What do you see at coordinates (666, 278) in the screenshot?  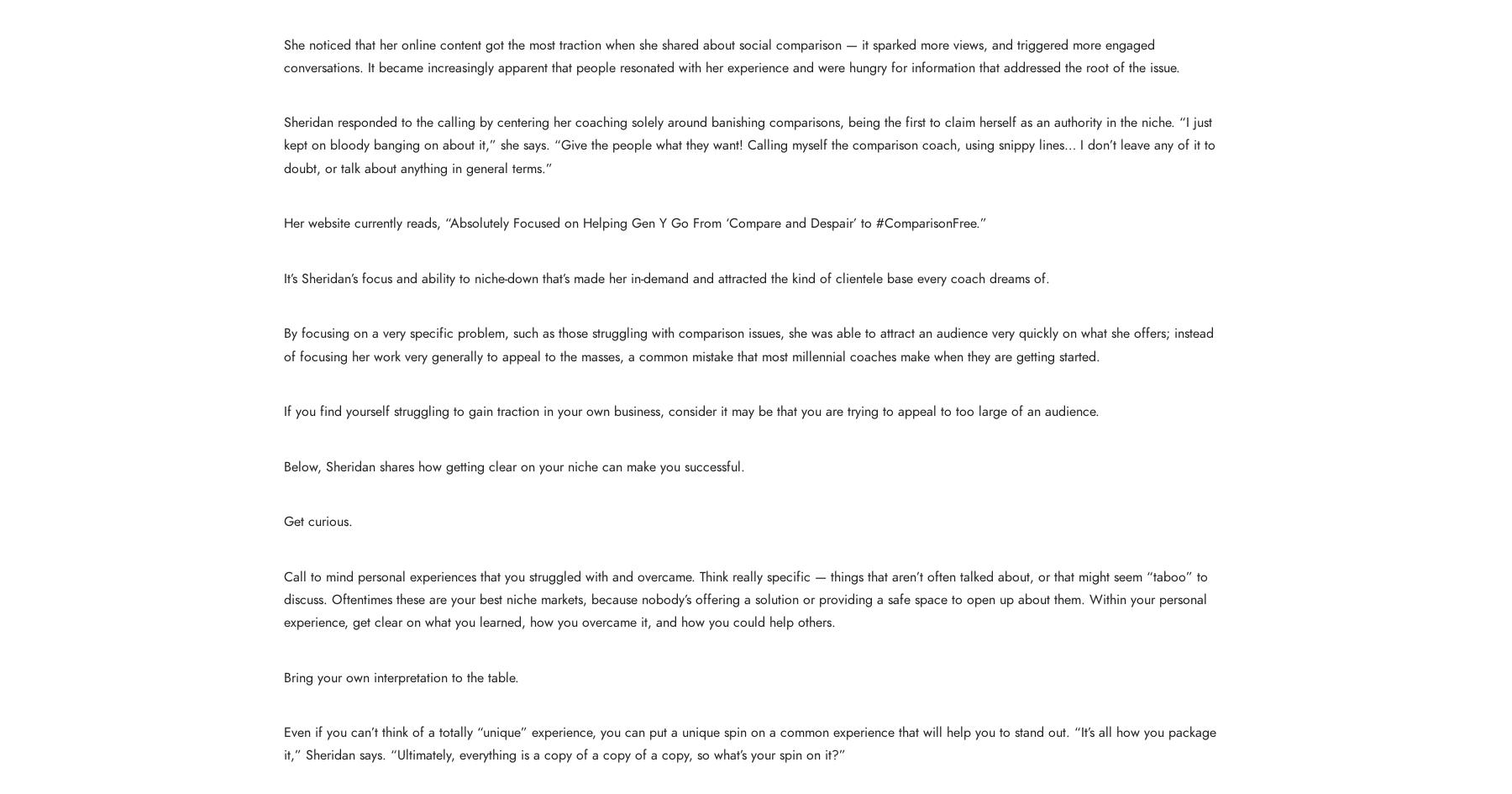 I see `'It’s Sheridan’s focus and ability to niche-down that’s made her in-demand and attracted the kind of clientele base every coach dreams of.'` at bounding box center [666, 278].